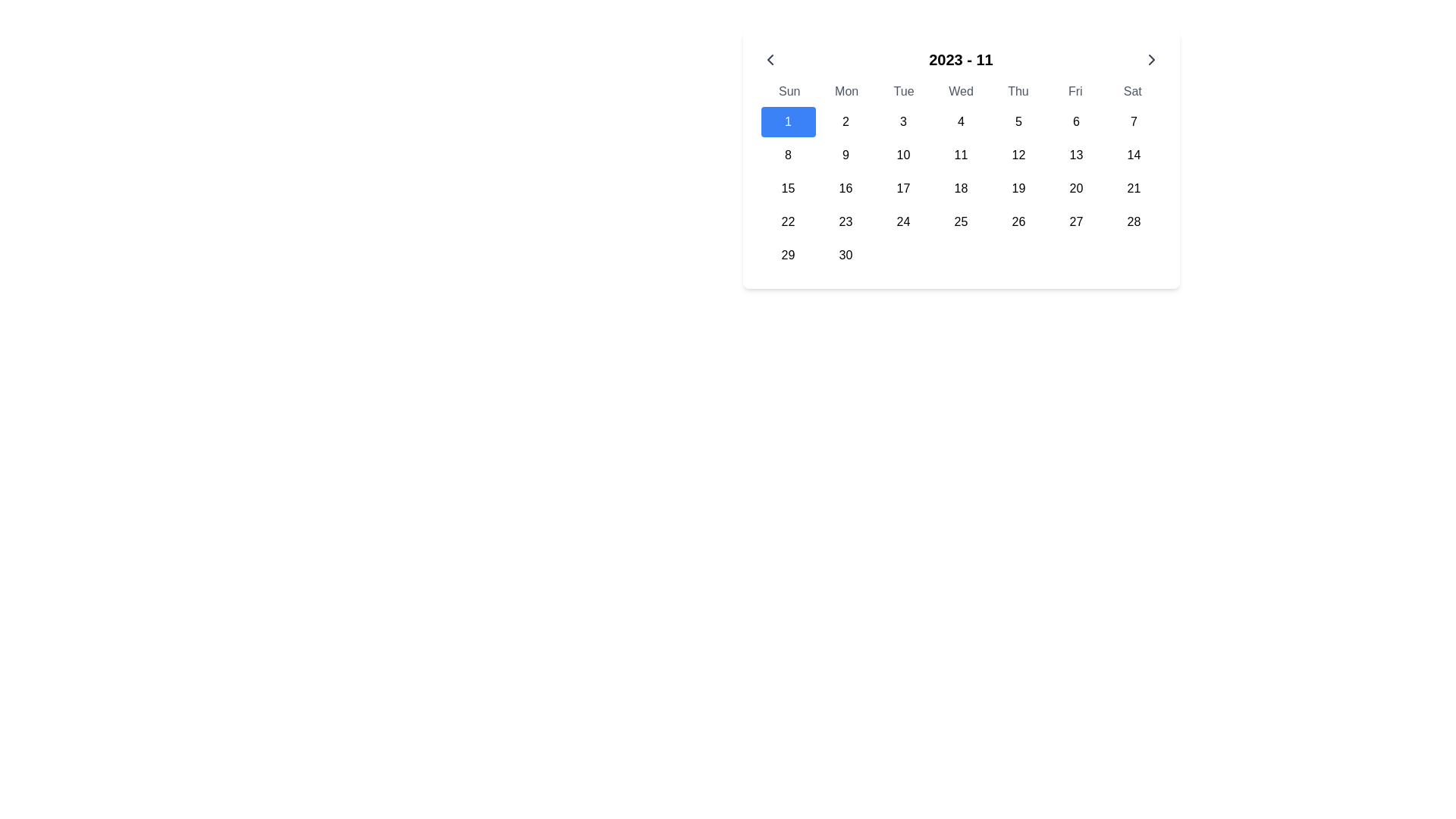 This screenshot has width=1456, height=819. Describe the element at coordinates (845, 254) in the screenshot. I see `the calendar day button representing the 30th day of the month to change its background color` at that location.